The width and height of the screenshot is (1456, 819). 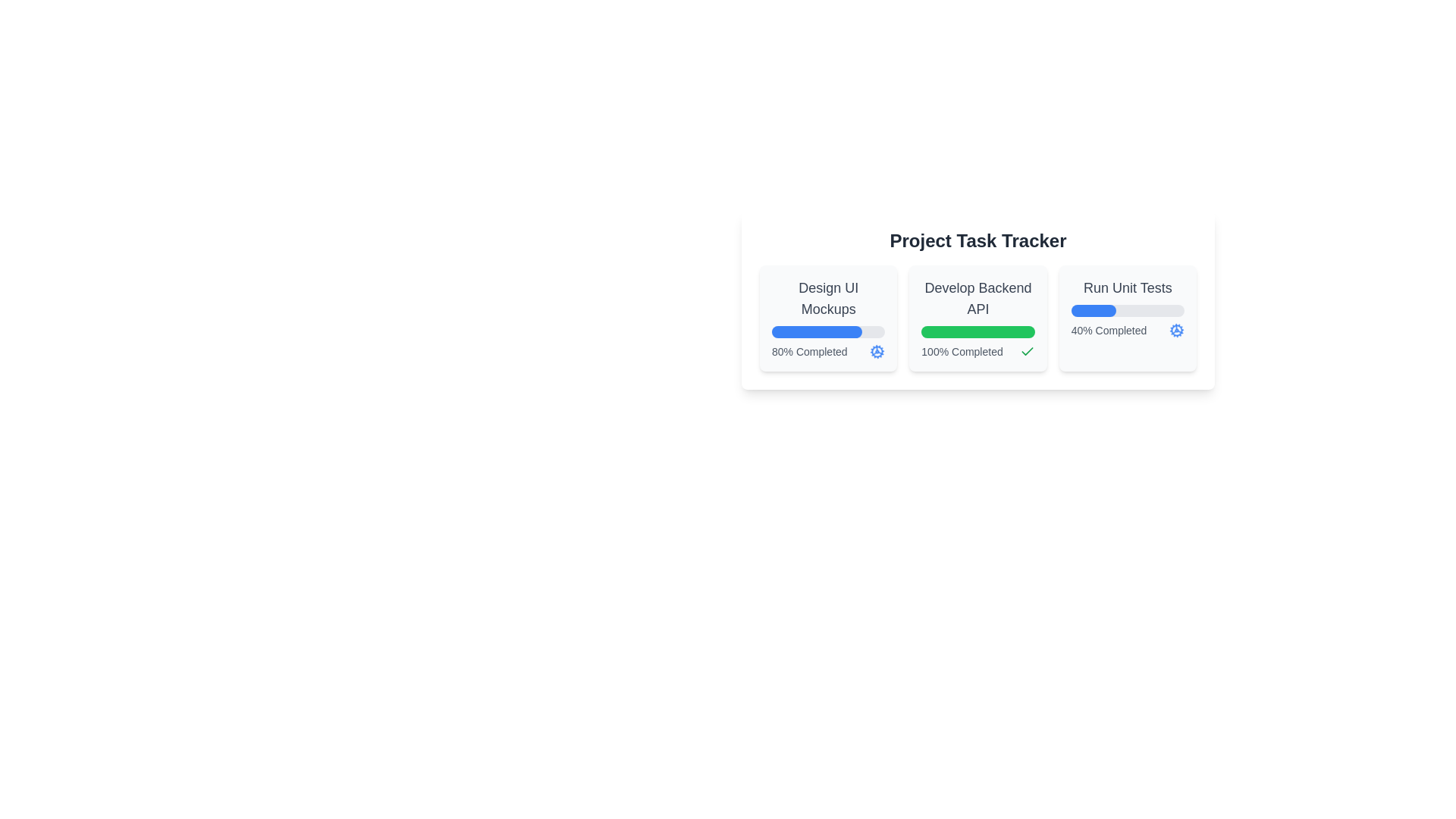 What do you see at coordinates (978, 331) in the screenshot?
I see `the progress bar with rounded edges that is fully filled green, located in the 'Develop Backend API' section, centered below the heading 'Develop Backend API' and above the label '100% Completed'` at bounding box center [978, 331].